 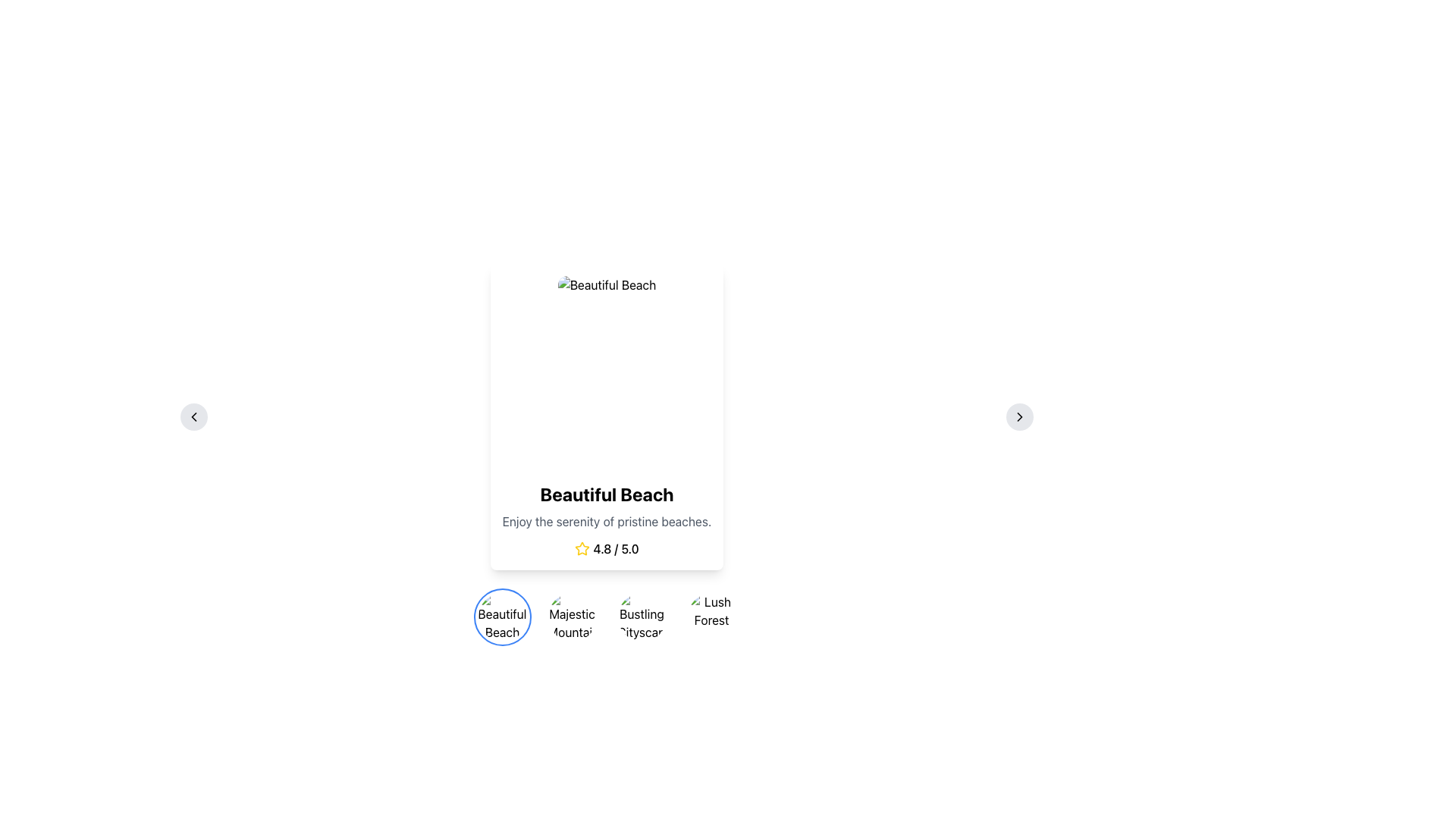 What do you see at coordinates (711, 617) in the screenshot?
I see `the circular image icon with the alt text 'Lush Forest'` at bounding box center [711, 617].